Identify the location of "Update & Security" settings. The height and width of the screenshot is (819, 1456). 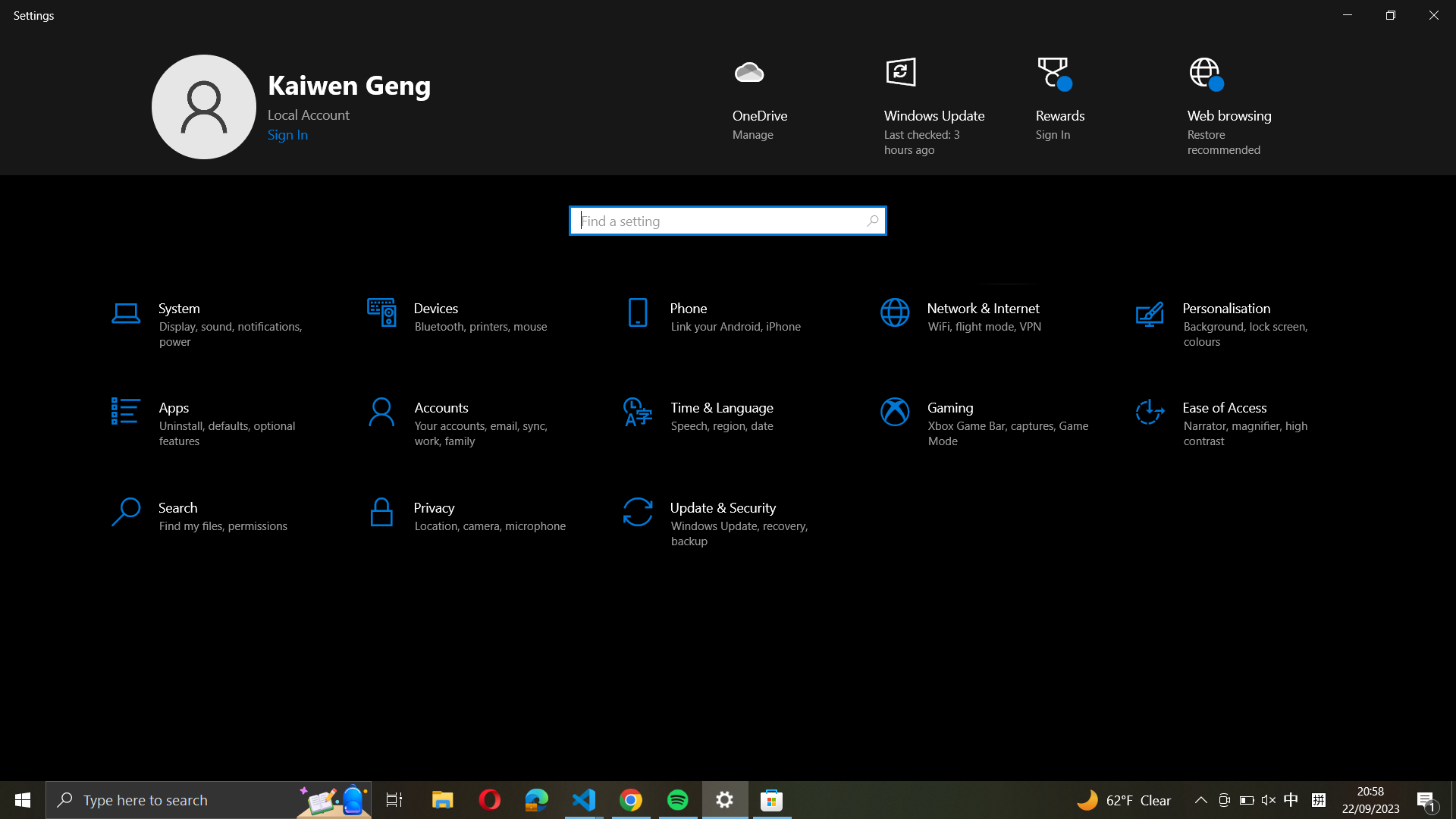
(729, 519).